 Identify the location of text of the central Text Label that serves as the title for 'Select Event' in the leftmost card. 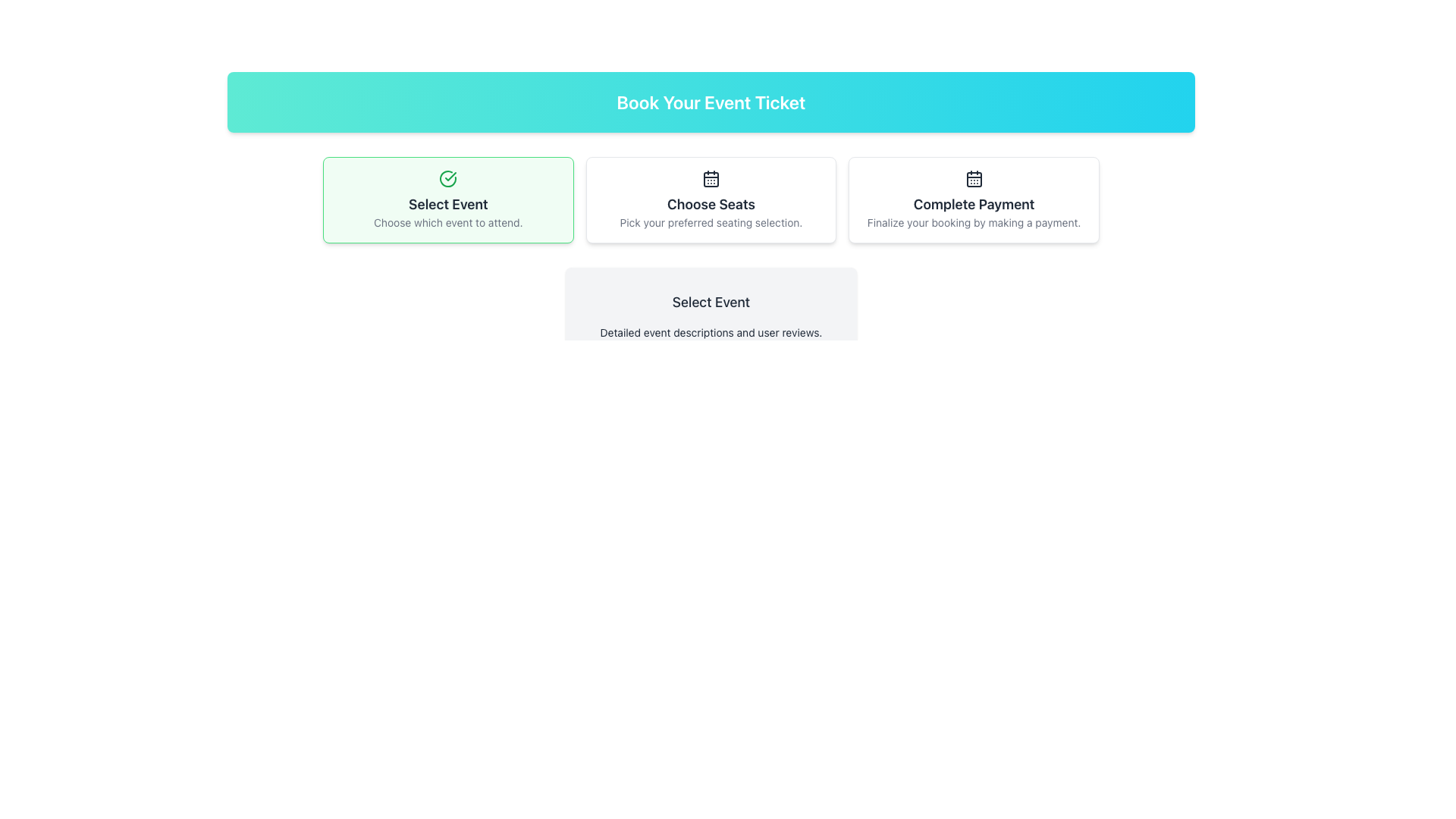
(447, 205).